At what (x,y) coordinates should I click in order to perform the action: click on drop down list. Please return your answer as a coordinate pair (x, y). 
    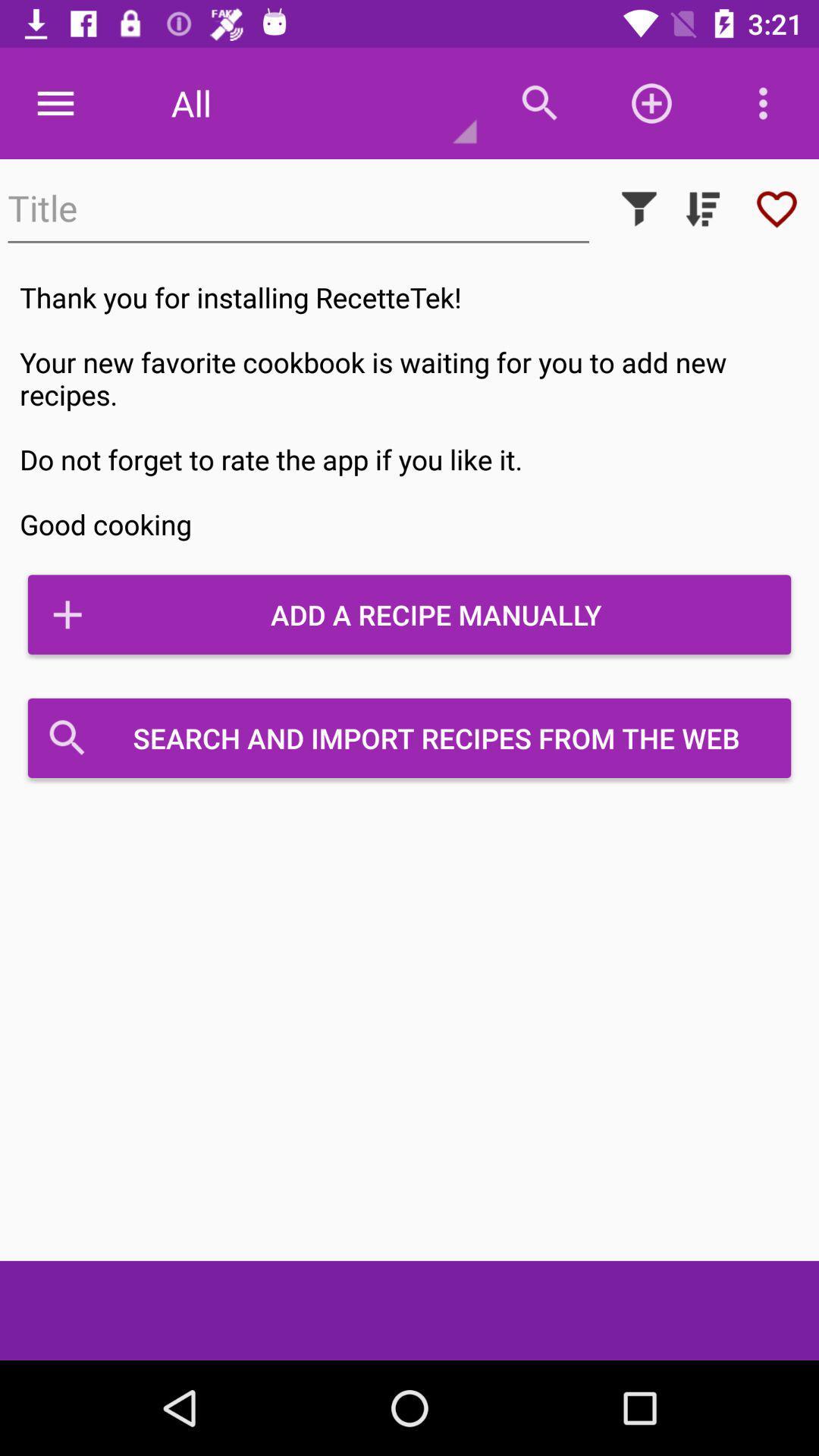
    Looking at the image, I should click on (702, 208).